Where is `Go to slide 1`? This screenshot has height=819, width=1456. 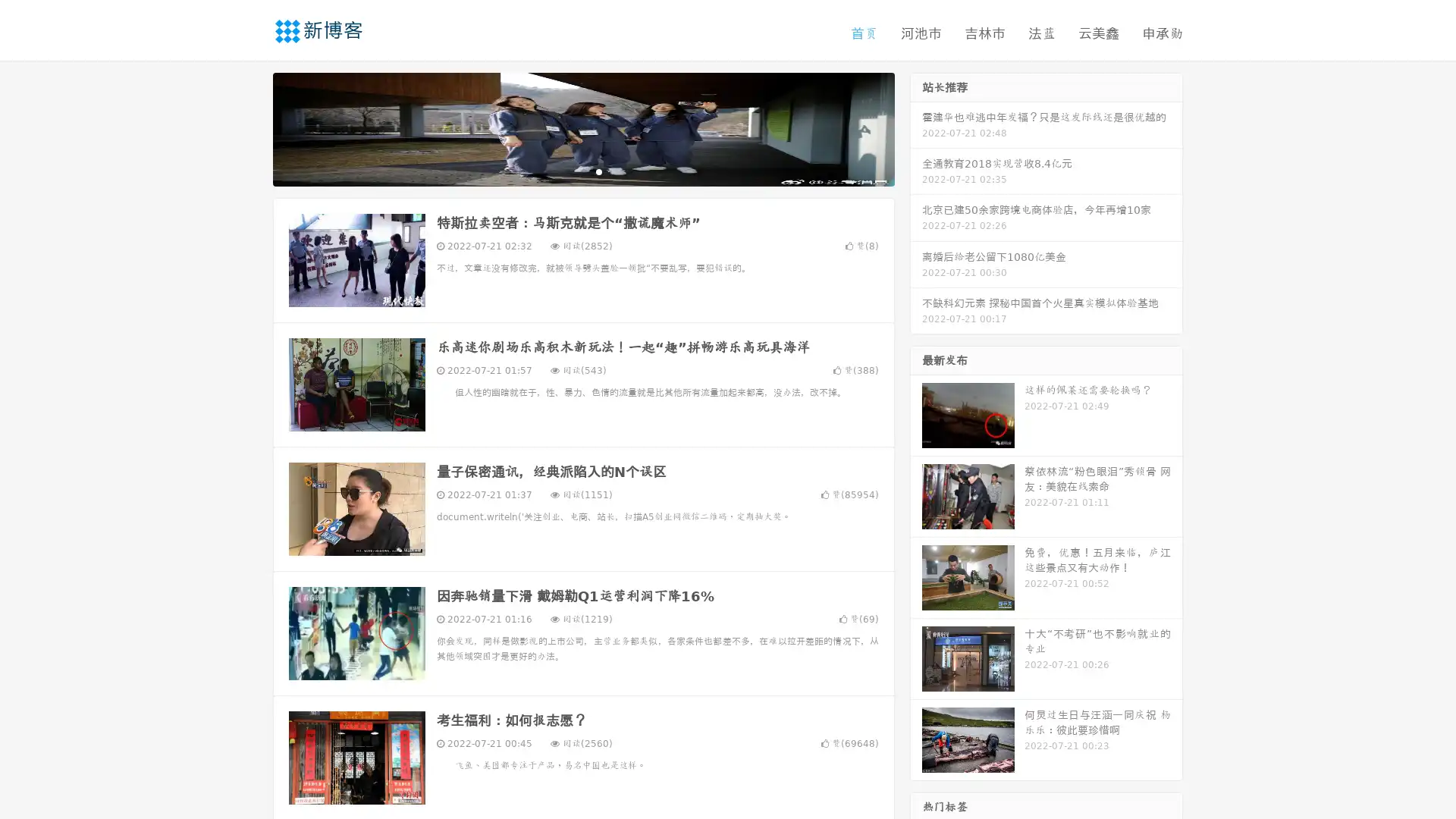
Go to slide 1 is located at coordinates (567, 171).